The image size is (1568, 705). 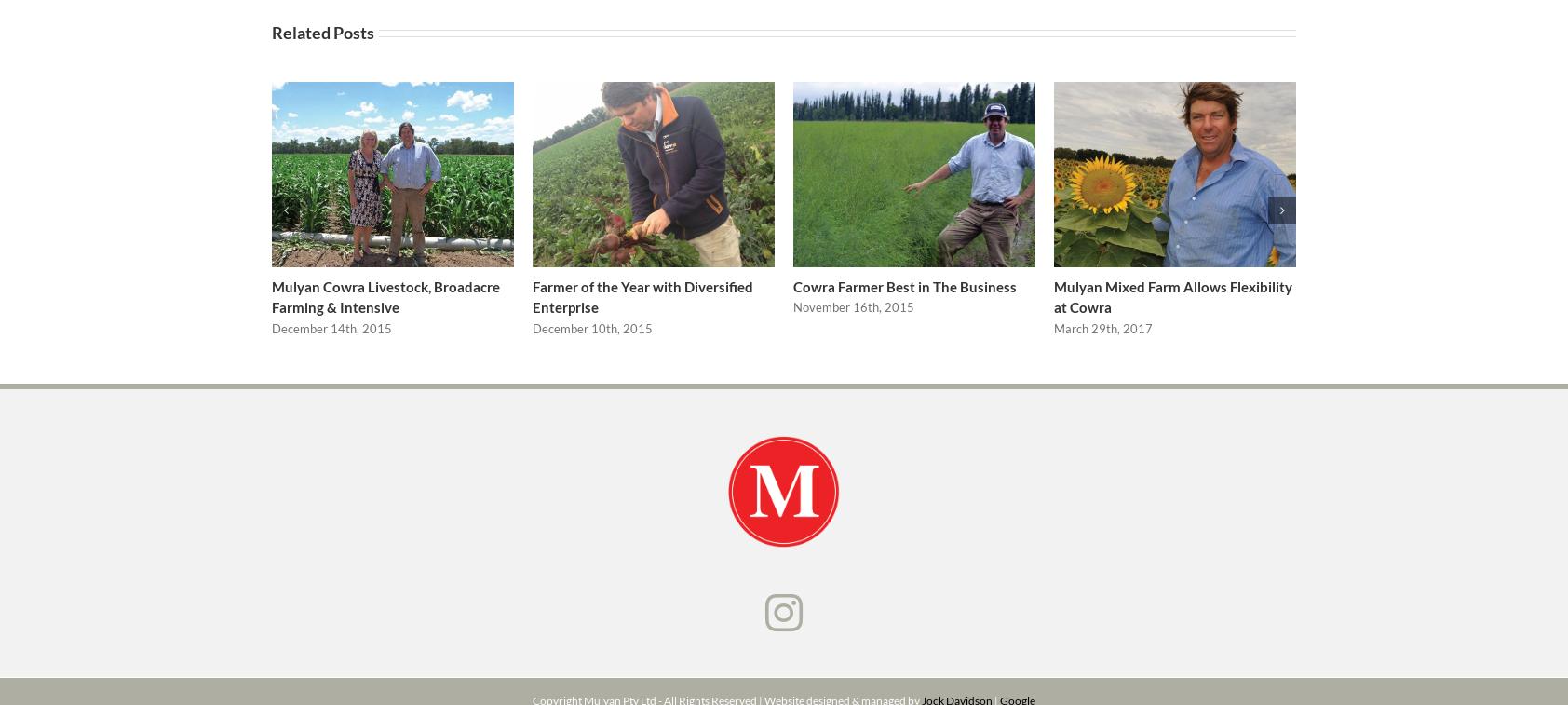 I want to click on 'Related Posts', so click(x=323, y=38).